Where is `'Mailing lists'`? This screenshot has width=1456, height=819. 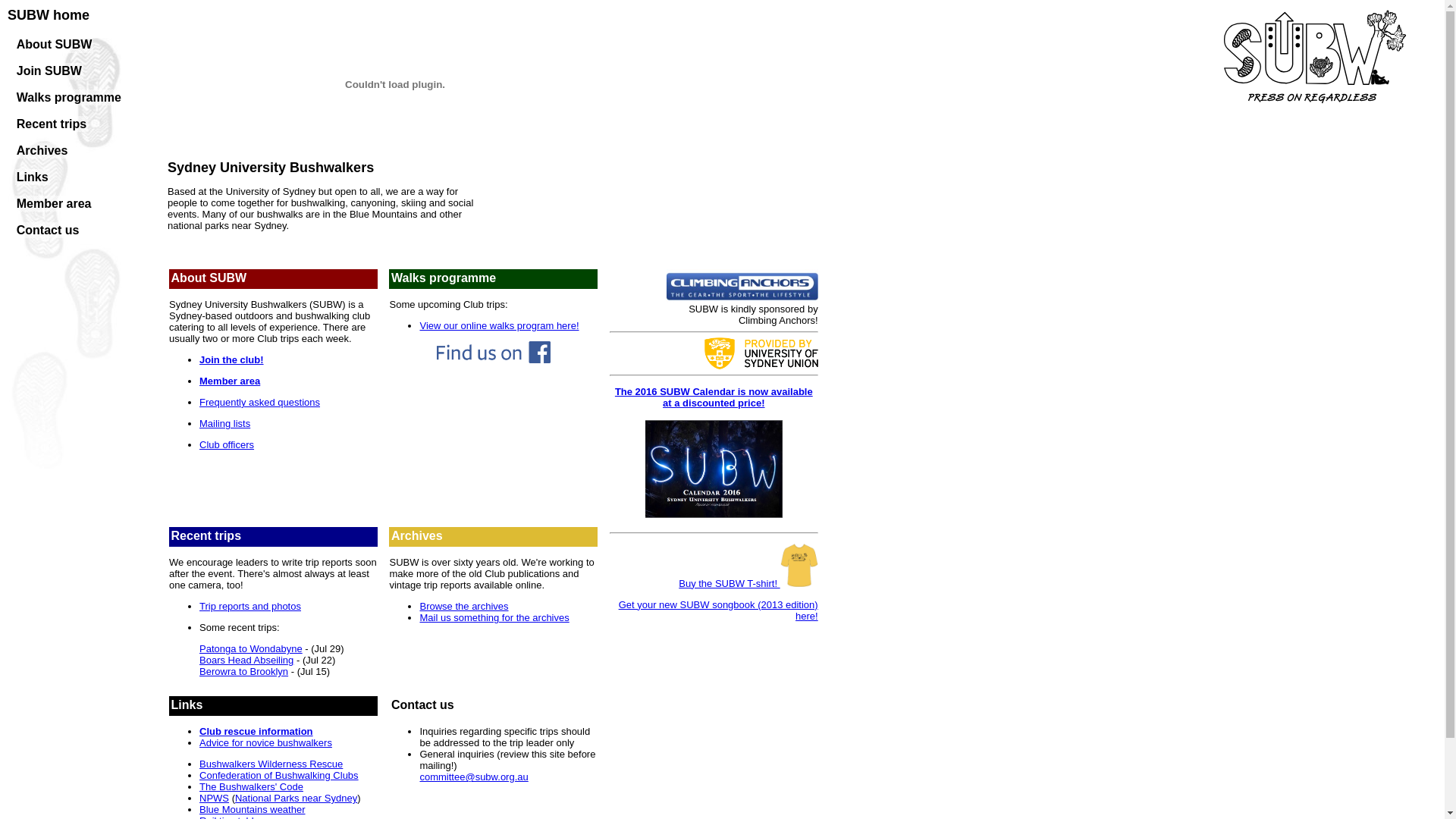 'Mailing lists' is located at coordinates (199, 423).